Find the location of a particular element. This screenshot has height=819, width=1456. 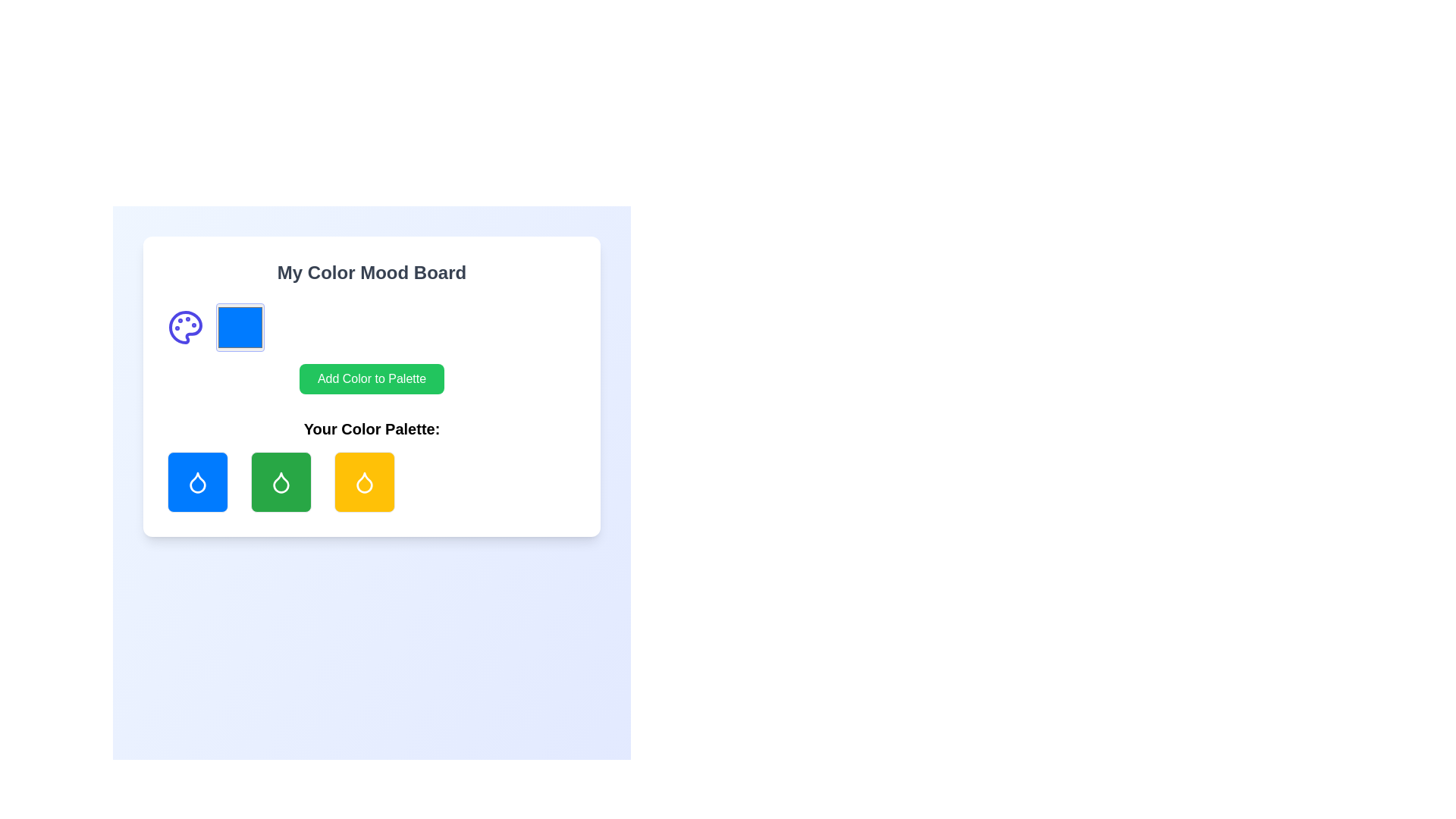

the droplet icon, which is the third icon in a row at the bottom of the 'Your Color Palette' area is located at coordinates (365, 482).